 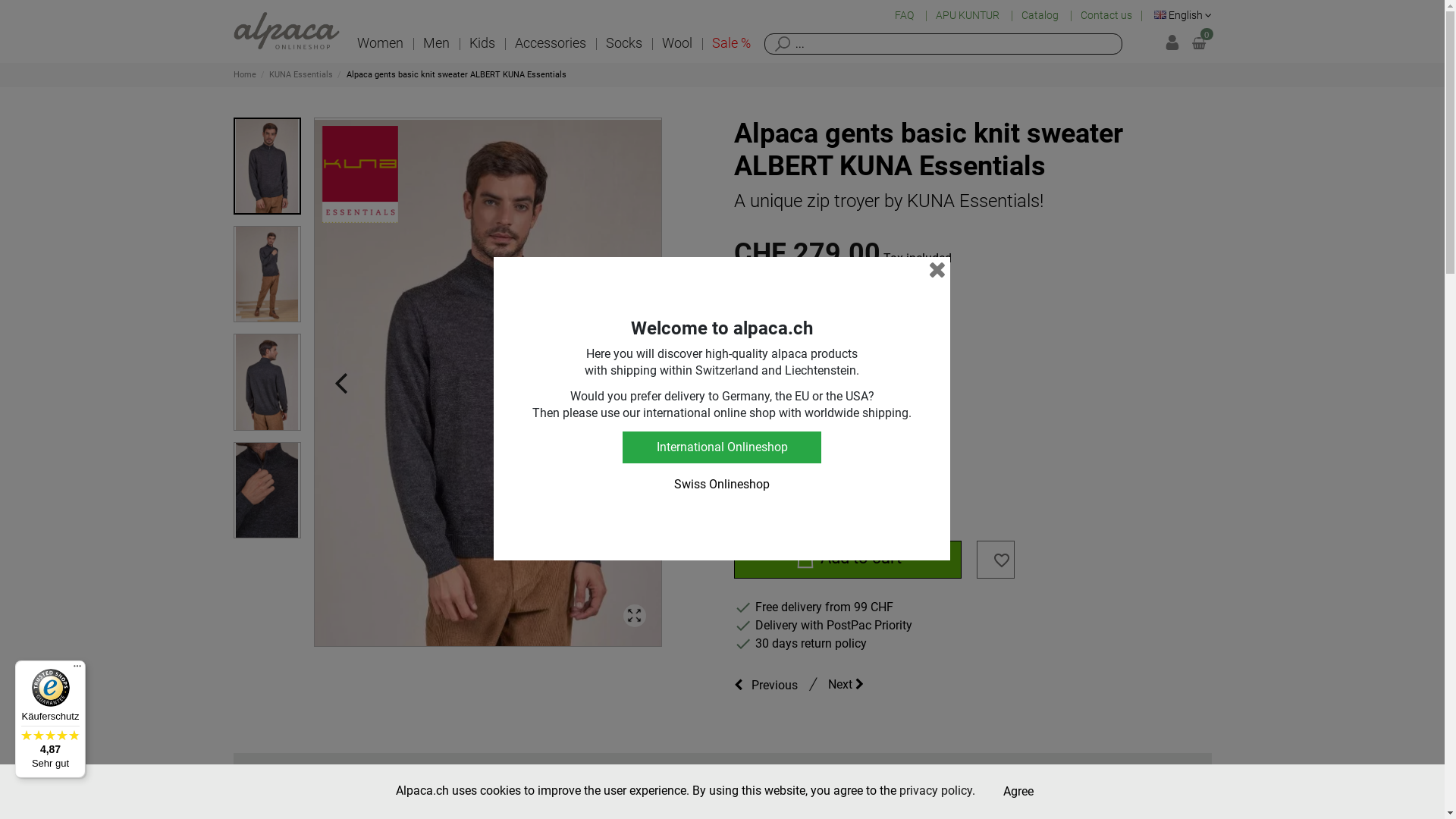 I want to click on 'International Onlineshop', so click(x=720, y=447).